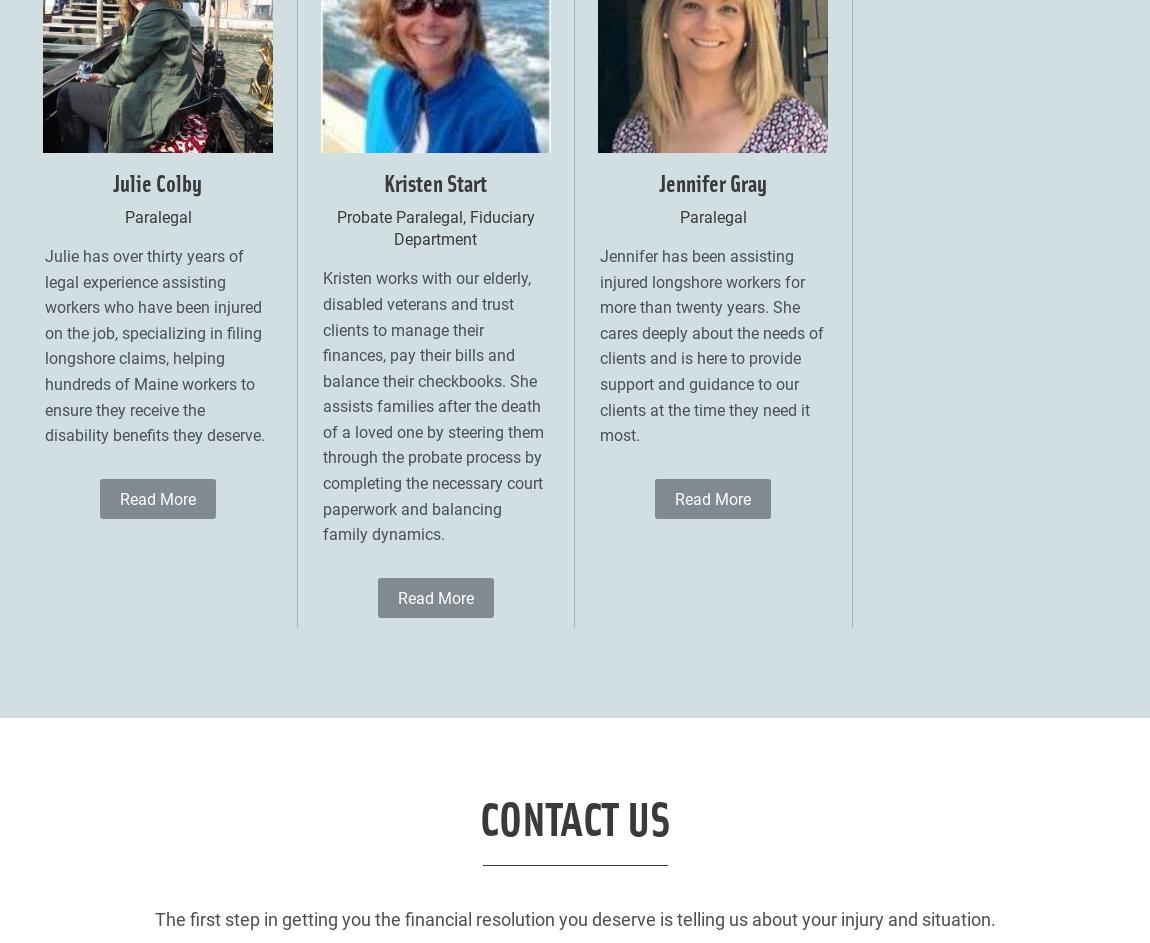 The width and height of the screenshot is (1150, 943). What do you see at coordinates (711, 179) in the screenshot?
I see `'Jennifer Gray'` at bounding box center [711, 179].